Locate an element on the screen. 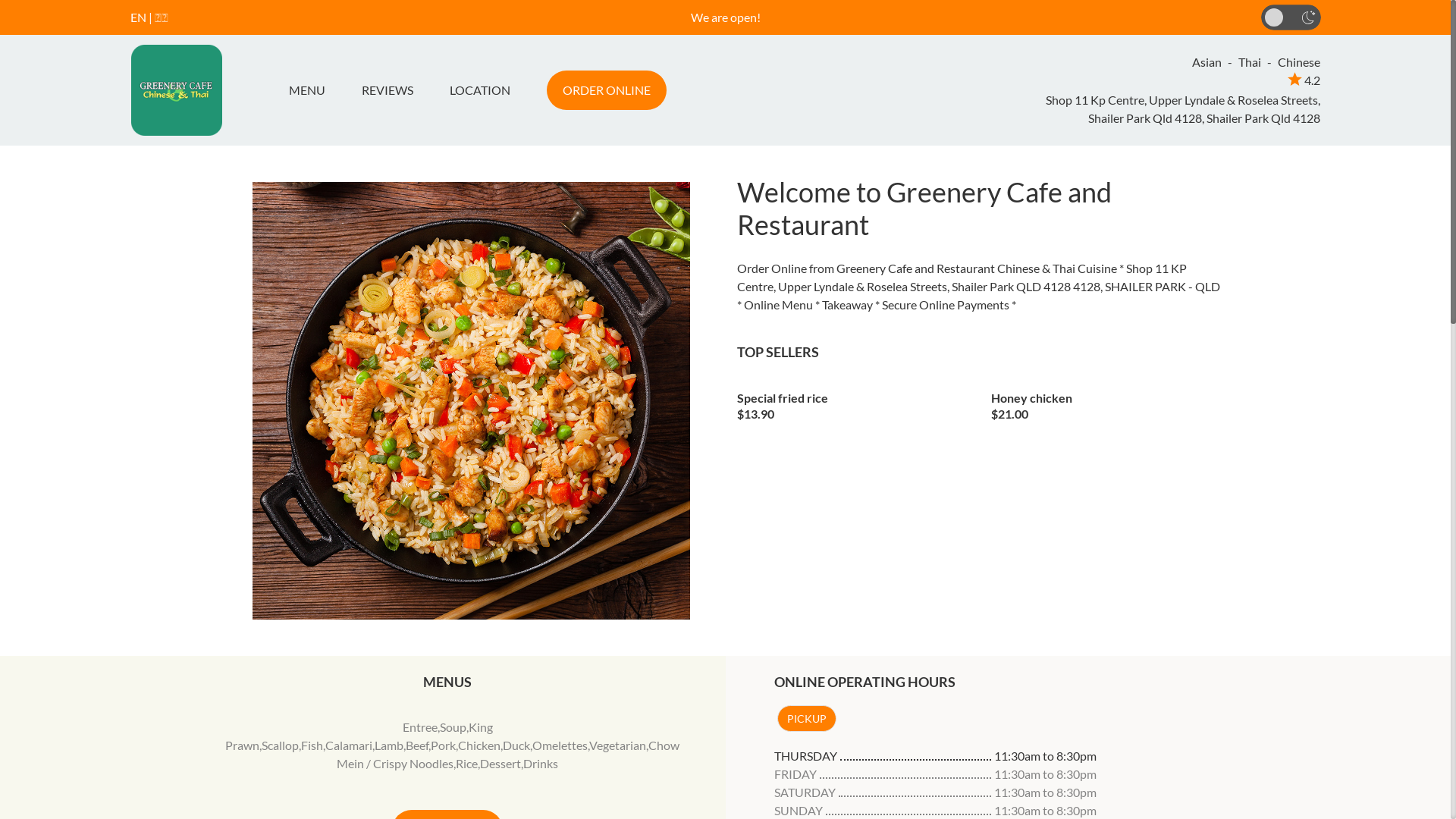 The width and height of the screenshot is (1456, 819). 'Fish' is located at coordinates (311, 744).